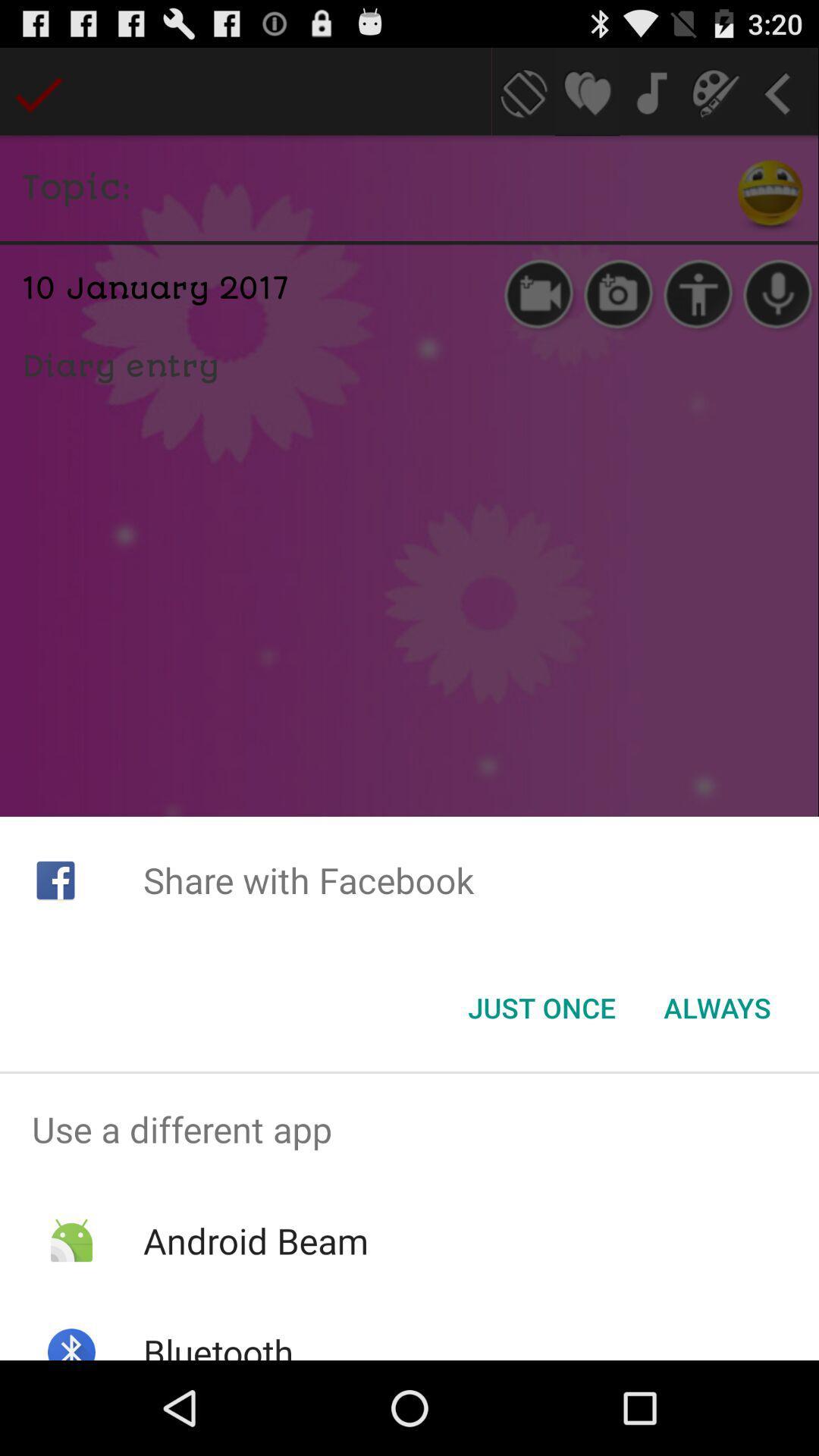 The width and height of the screenshot is (819, 1456). Describe the element at coordinates (218, 1344) in the screenshot. I see `the icon below the android beam icon` at that location.